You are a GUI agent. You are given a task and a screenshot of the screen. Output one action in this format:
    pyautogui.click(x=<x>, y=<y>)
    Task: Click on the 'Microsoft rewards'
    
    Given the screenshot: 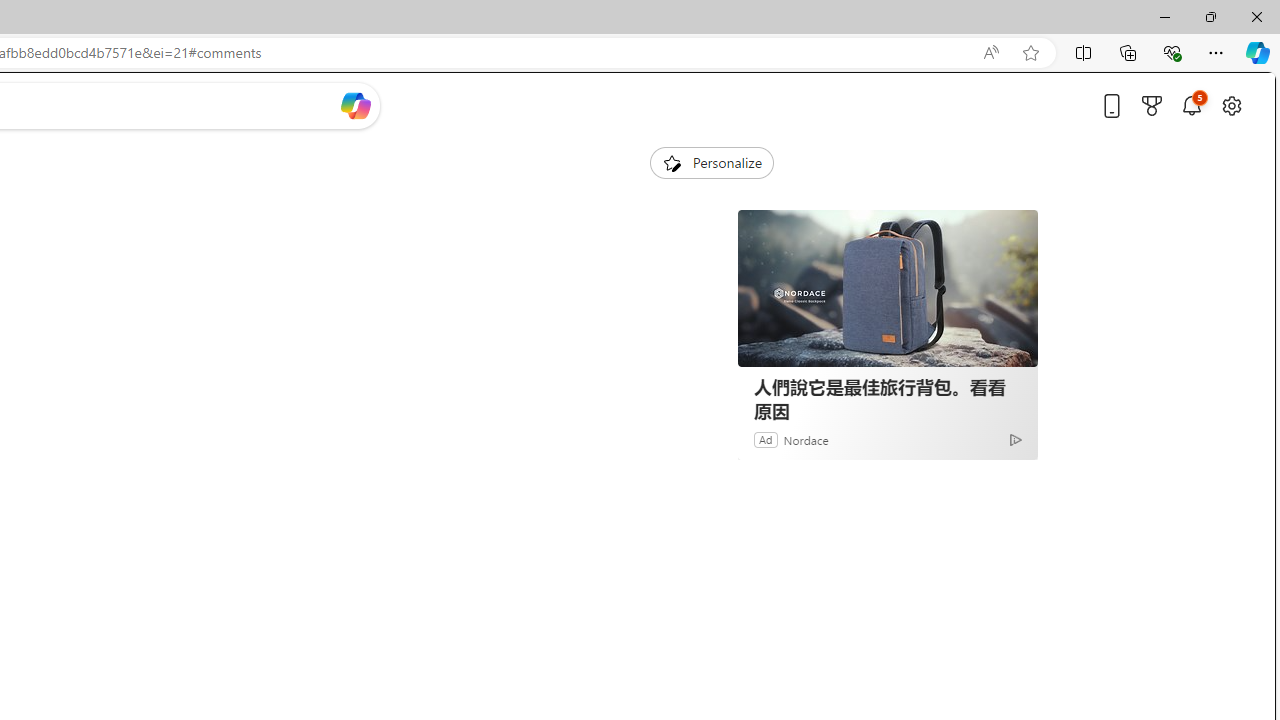 What is the action you would take?
    pyautogui.click(x=1152, y=105)
    